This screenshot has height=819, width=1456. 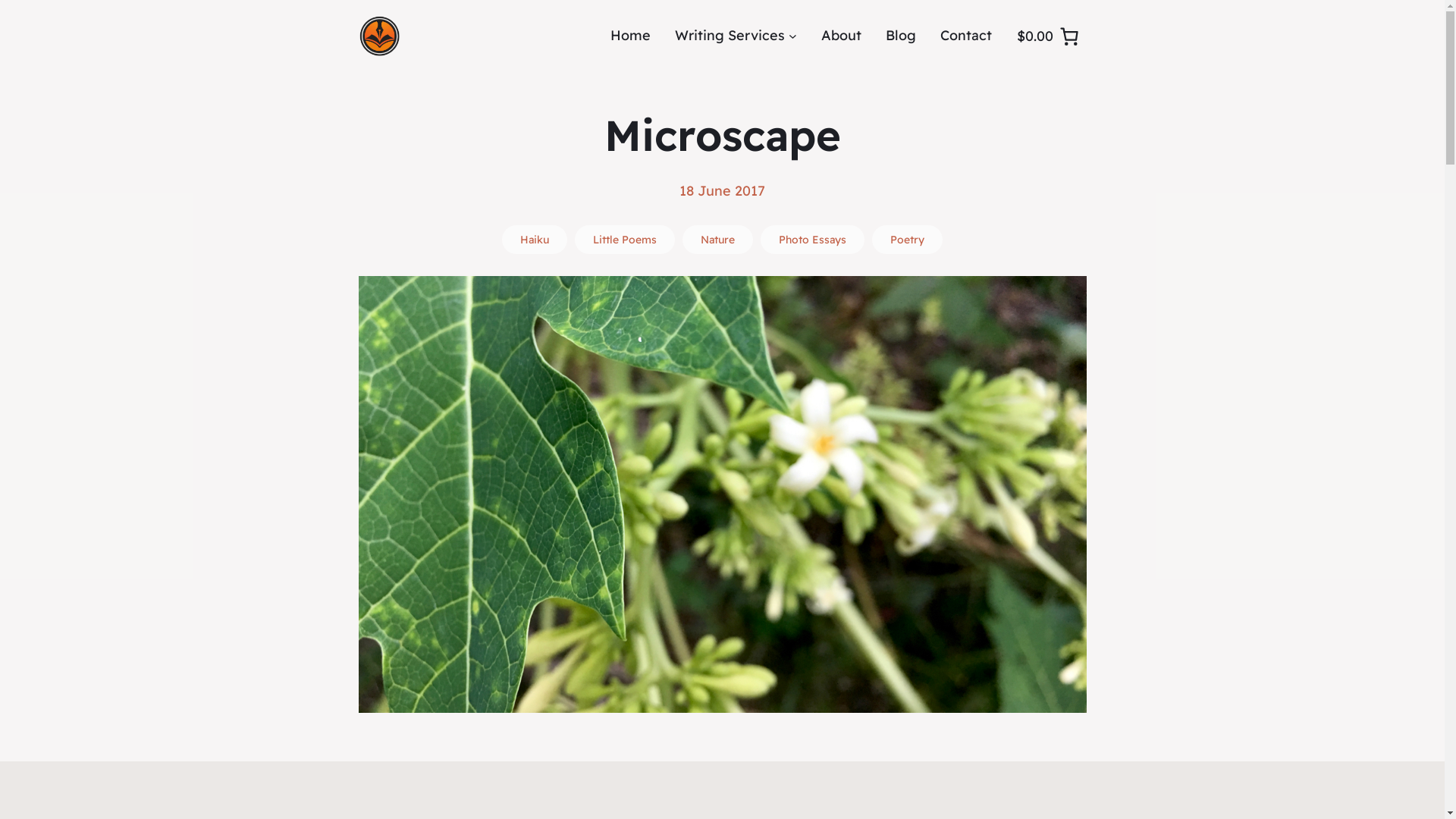 What do you see at coordinates (761, 239) in the screenshot?
I see `'Photo Essays'` at bounding box center [761, 239].